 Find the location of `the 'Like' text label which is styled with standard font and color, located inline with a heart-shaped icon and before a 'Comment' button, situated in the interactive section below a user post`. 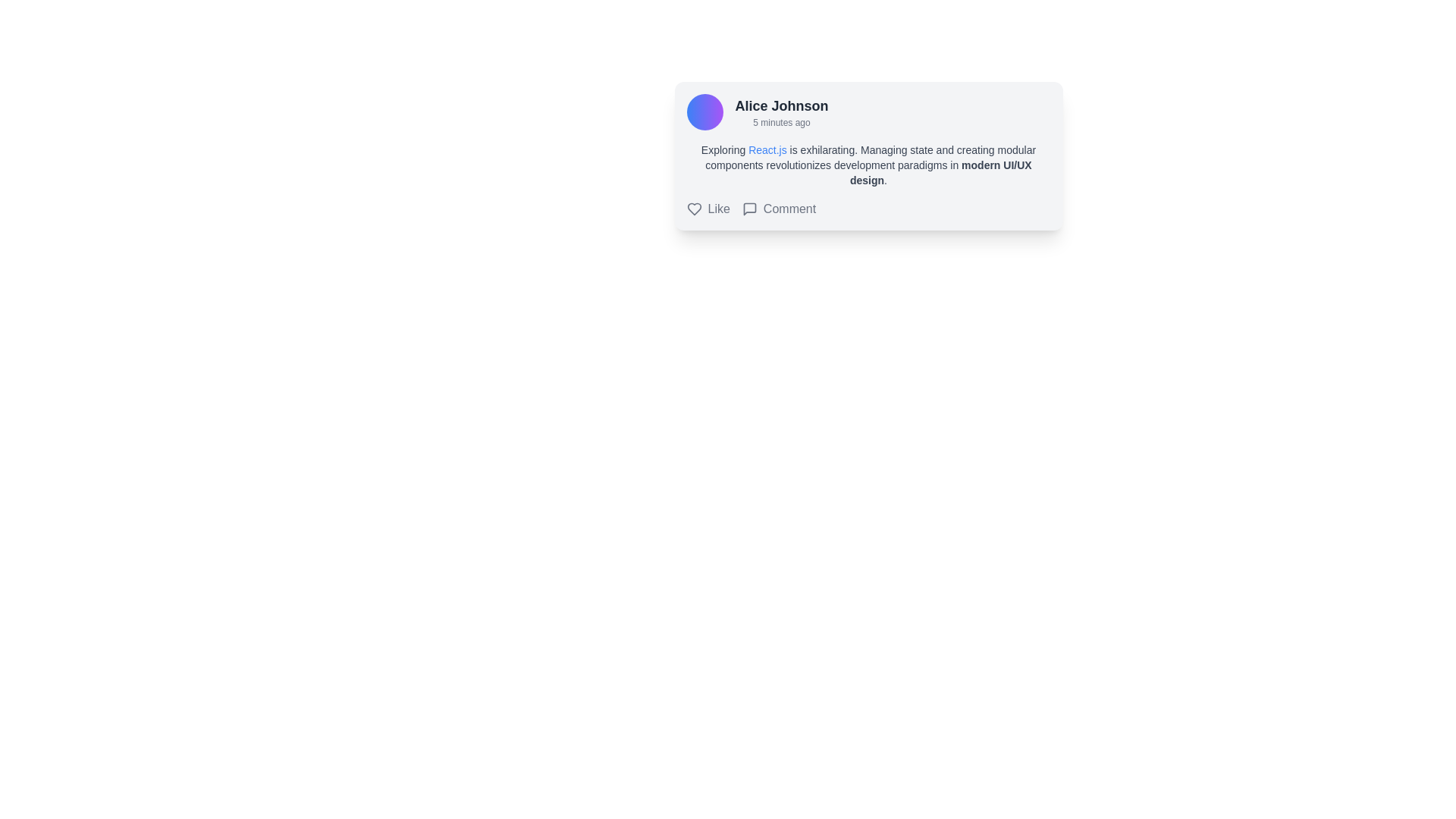

the 'Like' text label which is styled with standard font and color, located inline with a heart-shaped icon and before a 'Comment' button, situated in the interactive section below a user post is located at coordinates (718, 209).